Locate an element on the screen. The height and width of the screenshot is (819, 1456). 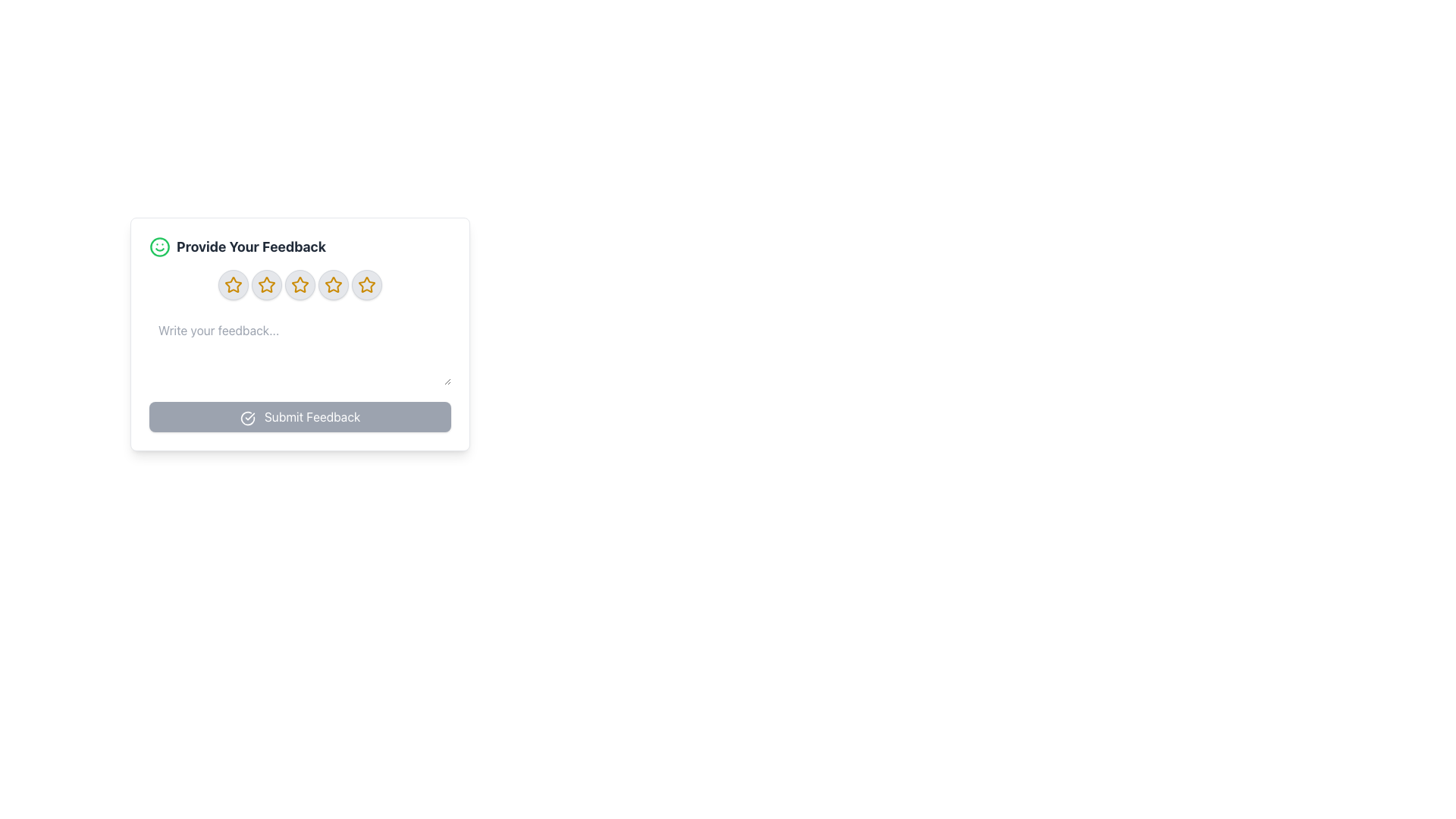
the fourth circular rating button in the feedback section is located at coordinates (333, 284).